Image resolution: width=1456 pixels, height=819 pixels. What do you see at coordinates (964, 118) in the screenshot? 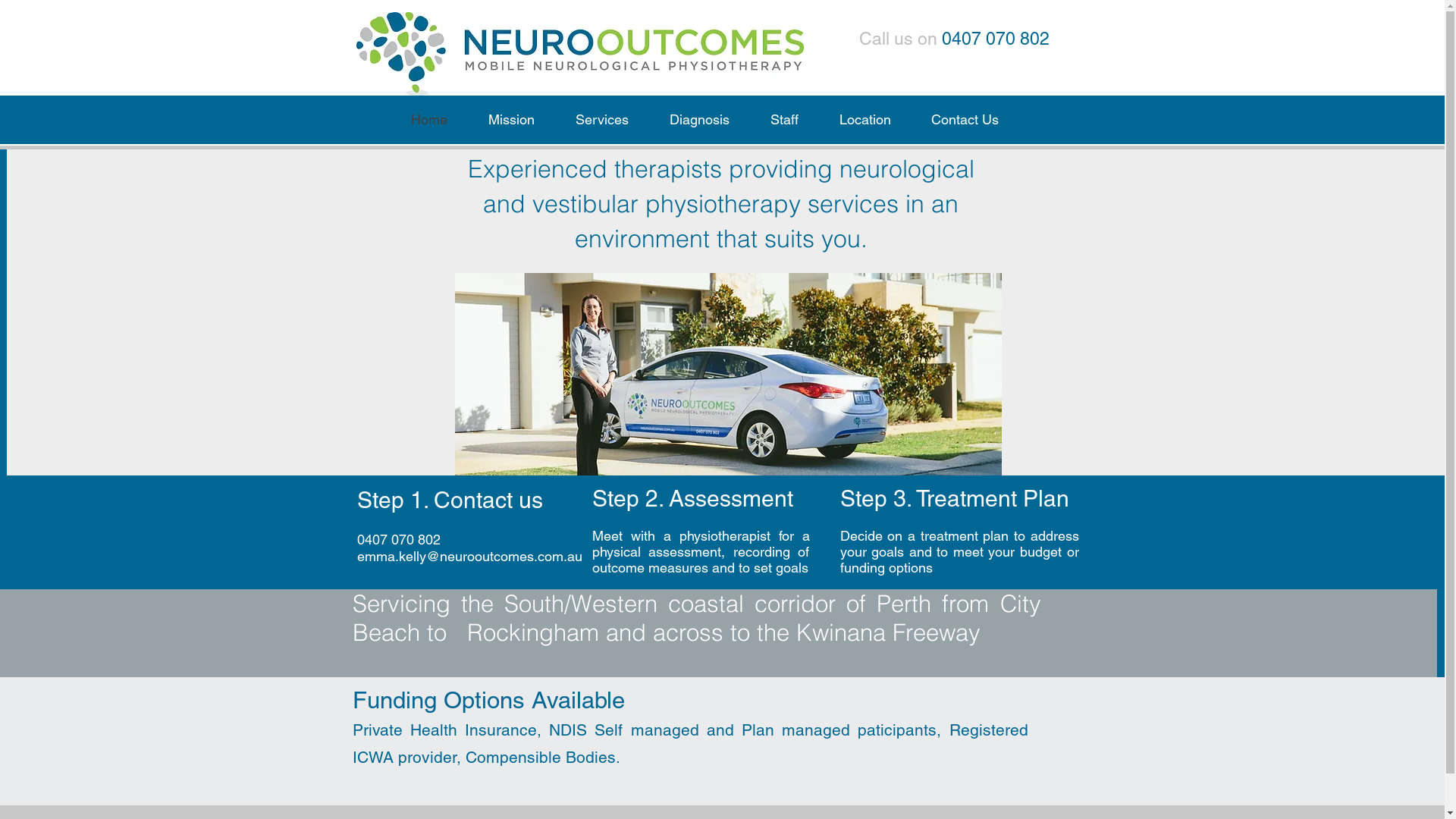
I see `'Contact Us'` at bounding box center [964, 118].